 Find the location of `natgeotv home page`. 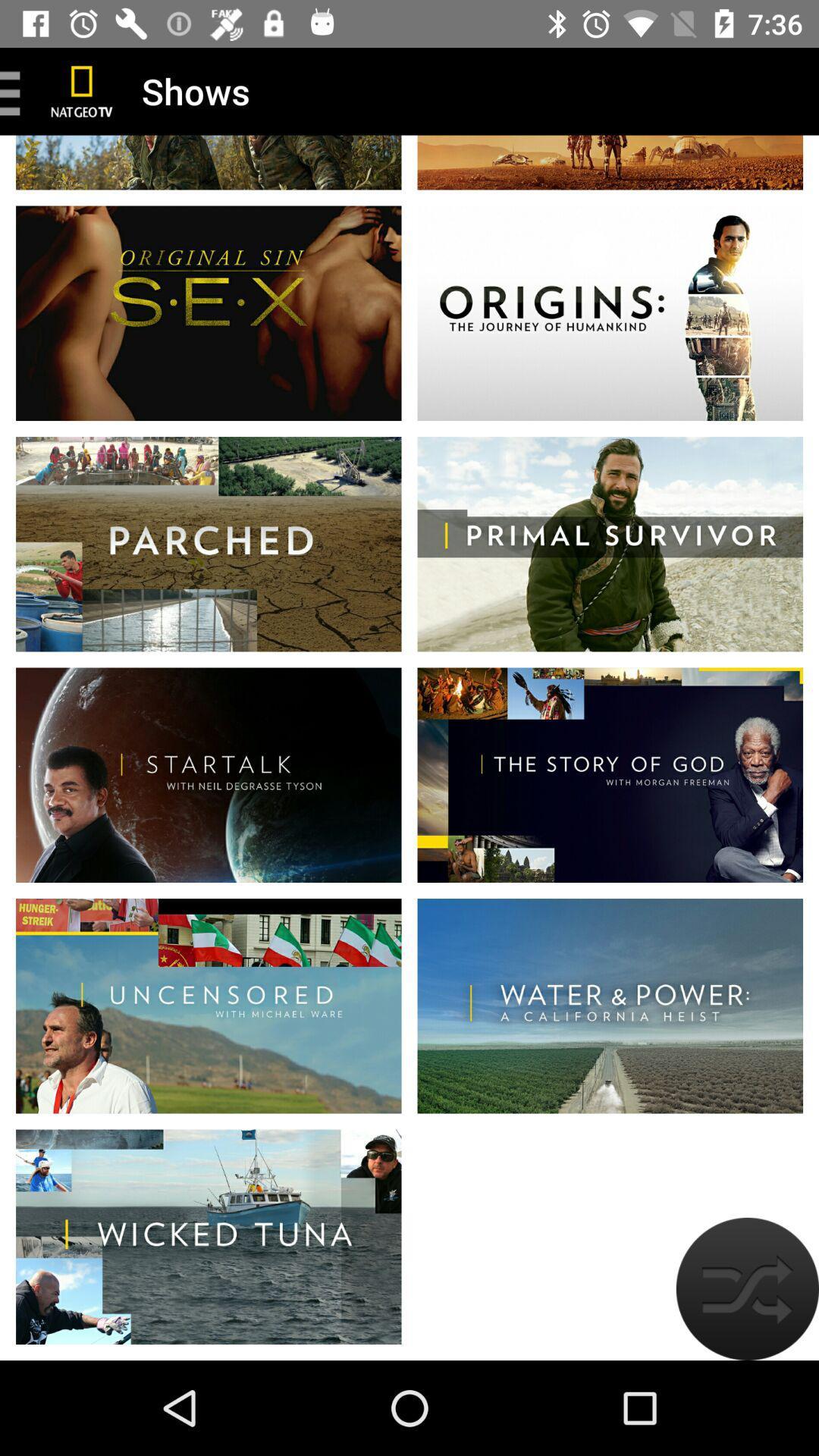

natgeotv home page is located at coordinates (82, 90).